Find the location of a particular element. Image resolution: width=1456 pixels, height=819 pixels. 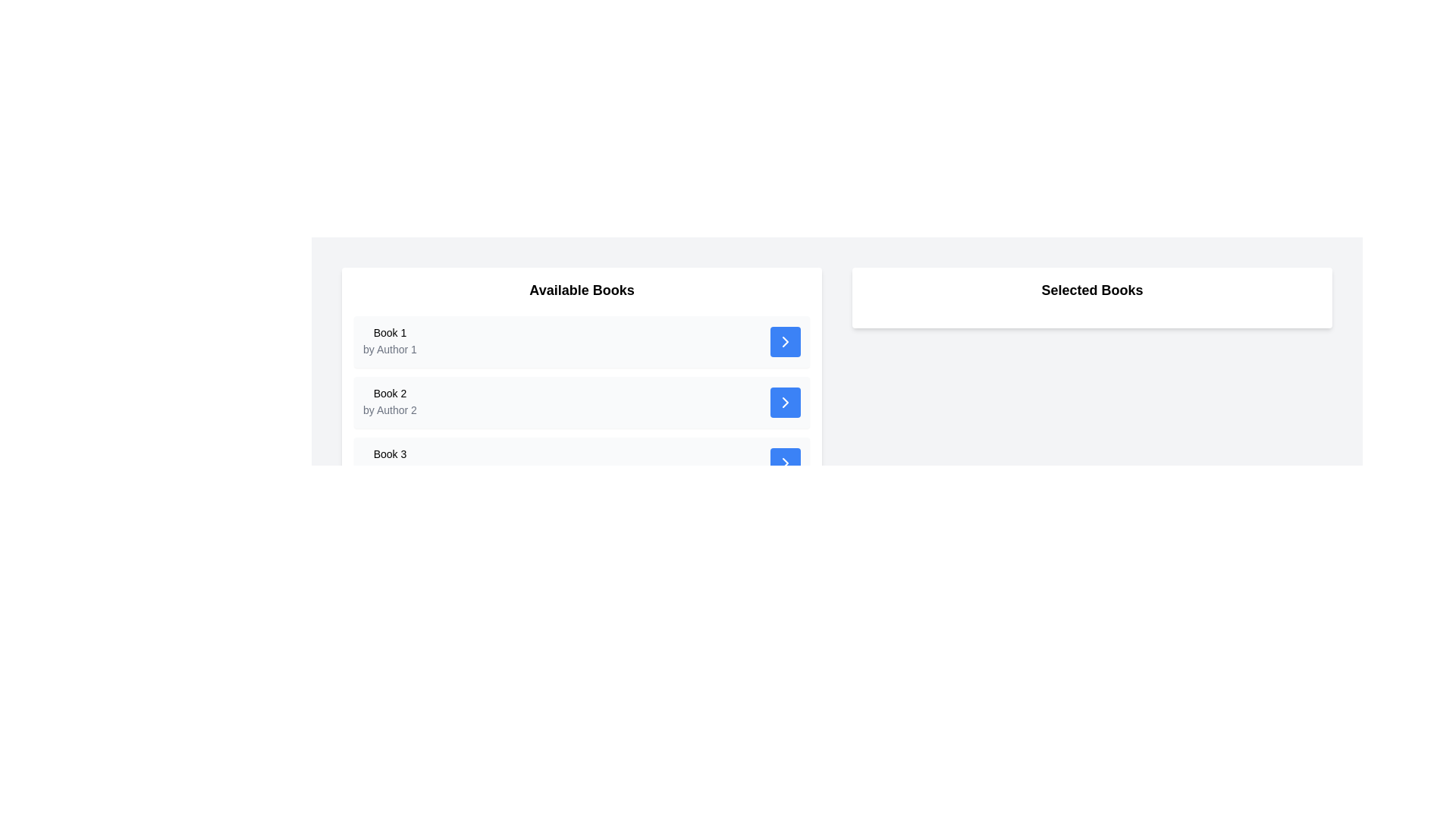

the List Item with Button displaying 'Book 3' by 'Author 3' via keyboard navigation is located at coordinates (581, 462).